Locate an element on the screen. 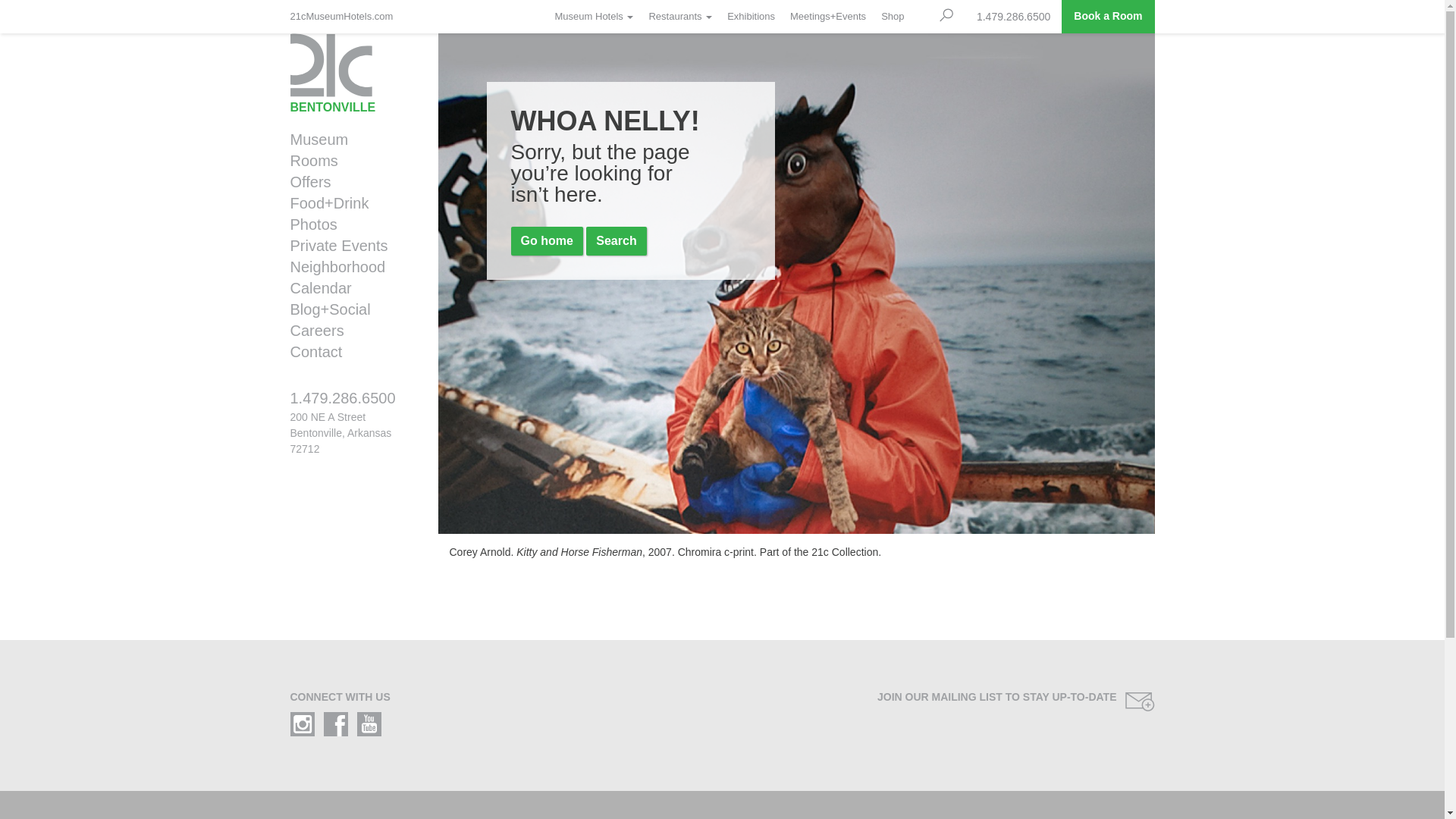  'Blog+Social' is located at coordinates (347, 309).